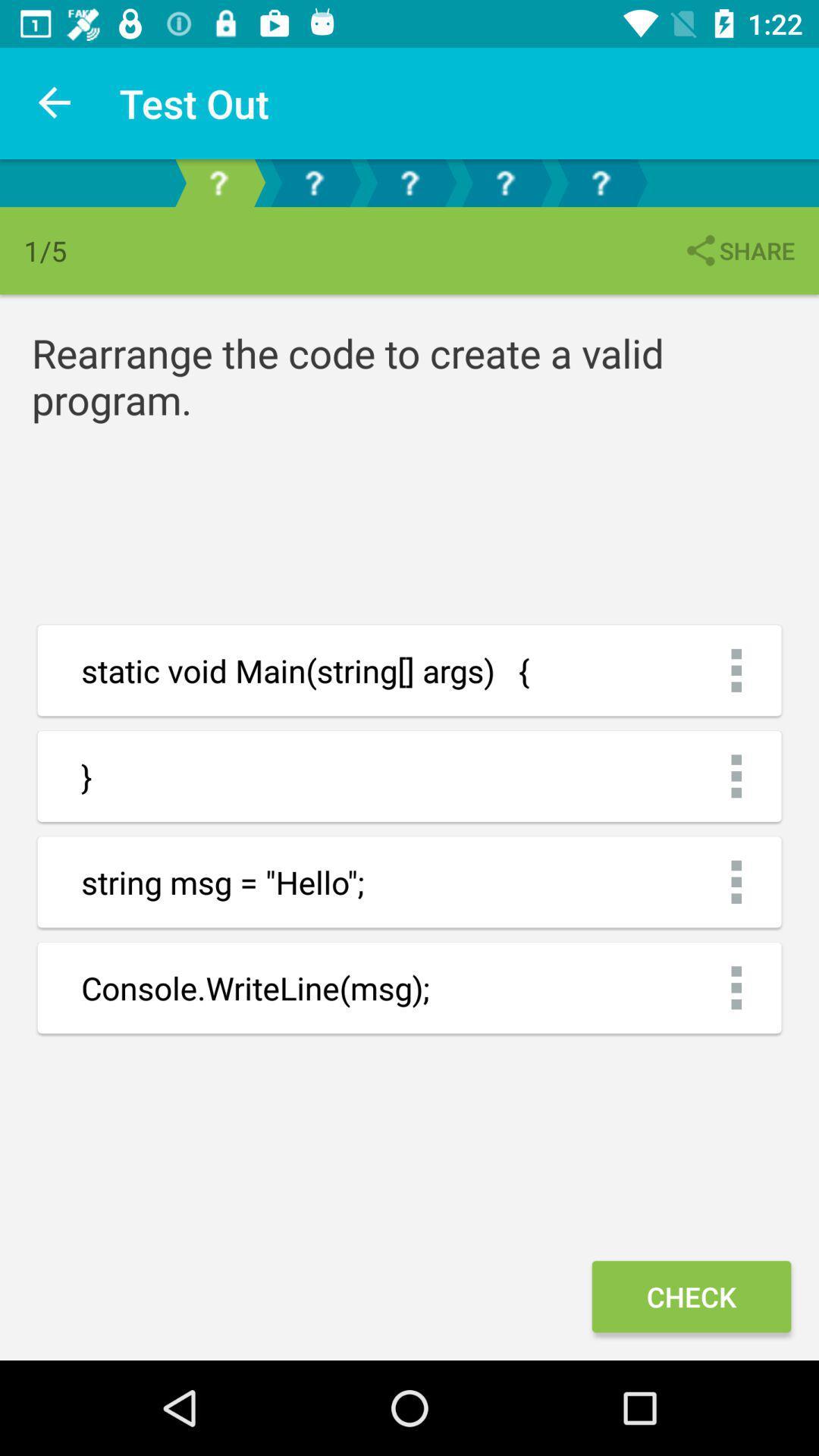 This screenshot has width=819, height=1456. What do you see at coordinates (599, 182) in the screenshot?
I see `the tab` at bounding box center [599, 182].